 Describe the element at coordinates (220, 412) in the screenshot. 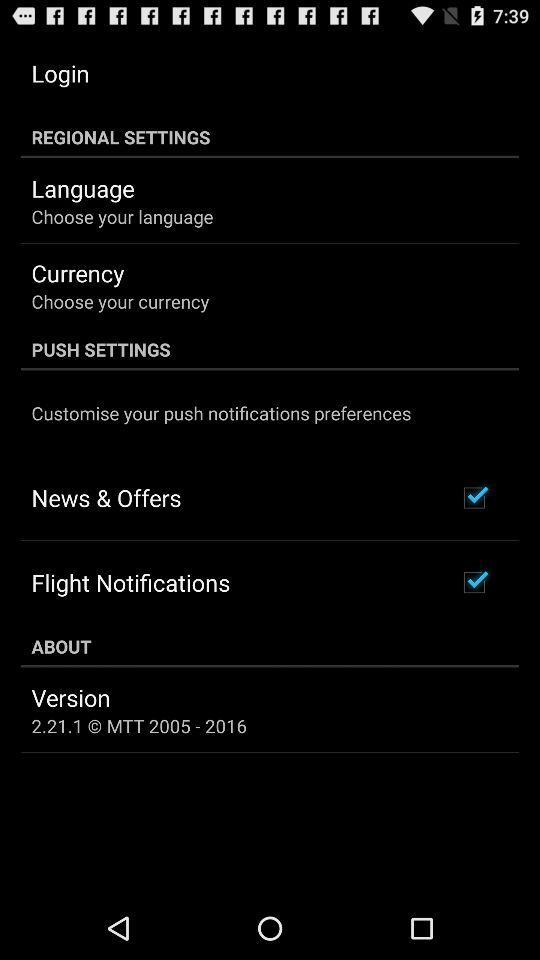

I see `customise your push` at that location.